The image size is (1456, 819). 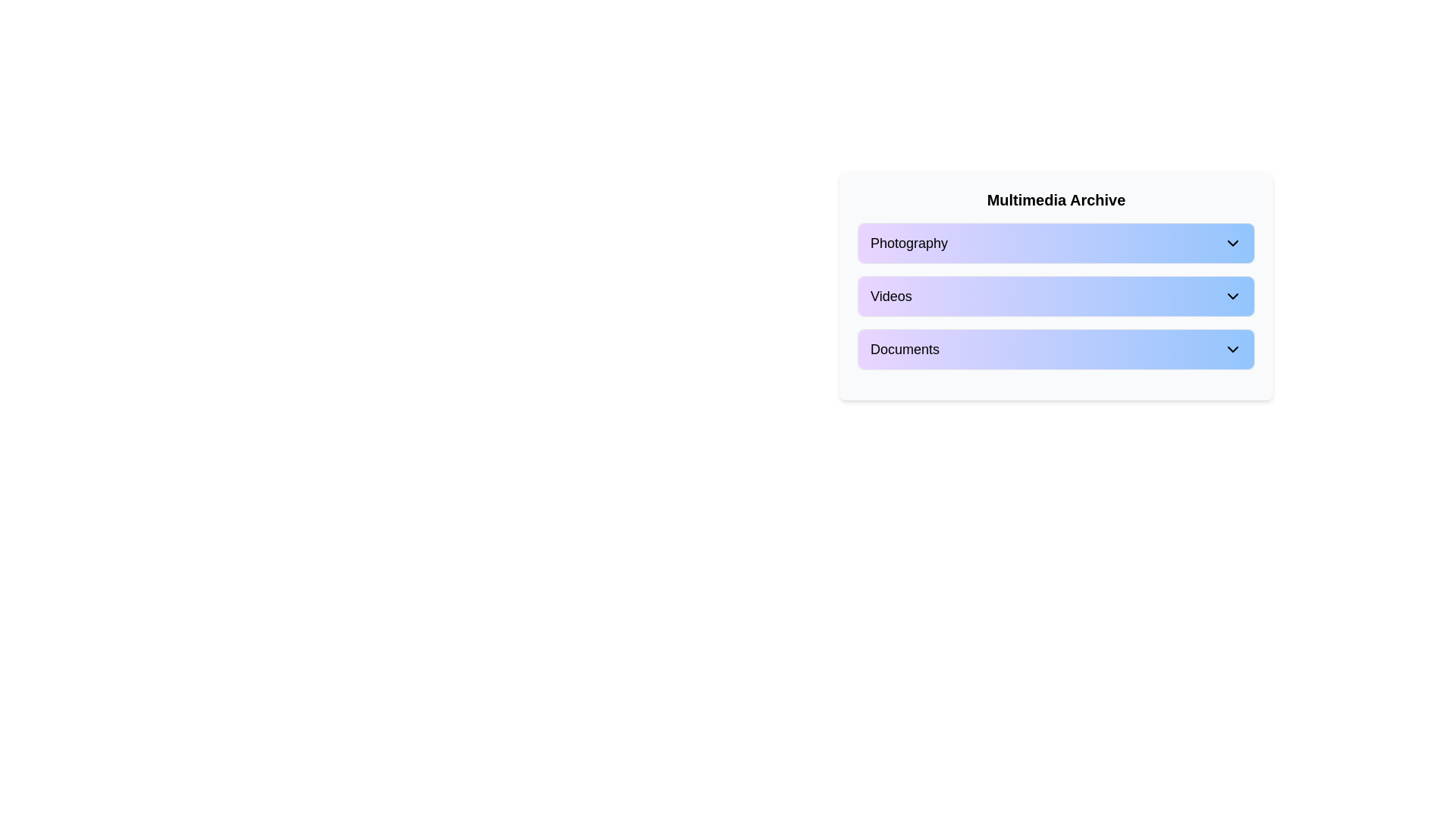 I want to click on the 'Videos' interactive button in the Multimedia Archive section, so click(x=1055, y=286).